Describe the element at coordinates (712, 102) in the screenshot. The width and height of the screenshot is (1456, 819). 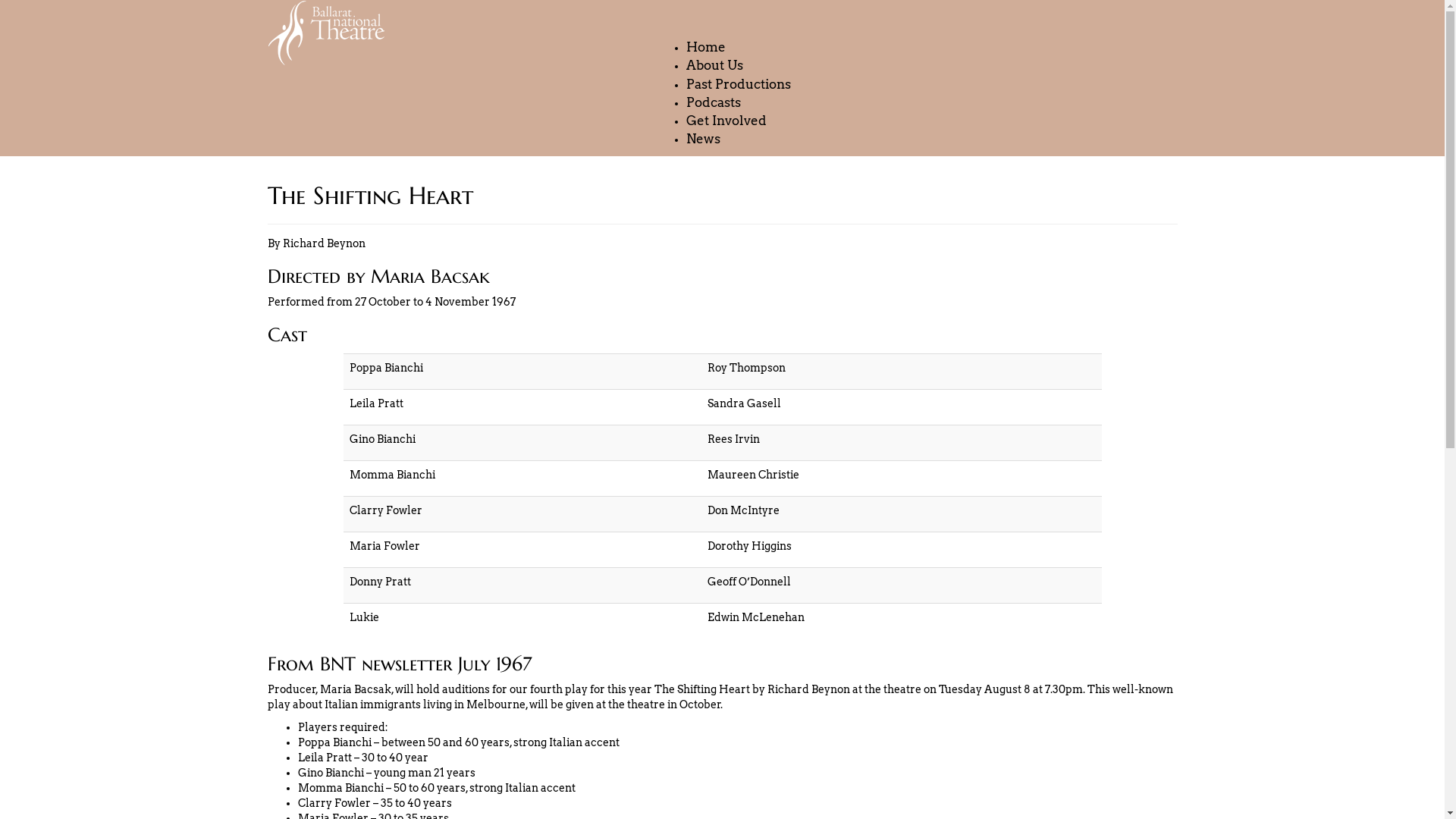
I see `'Podcasts'` at that location.